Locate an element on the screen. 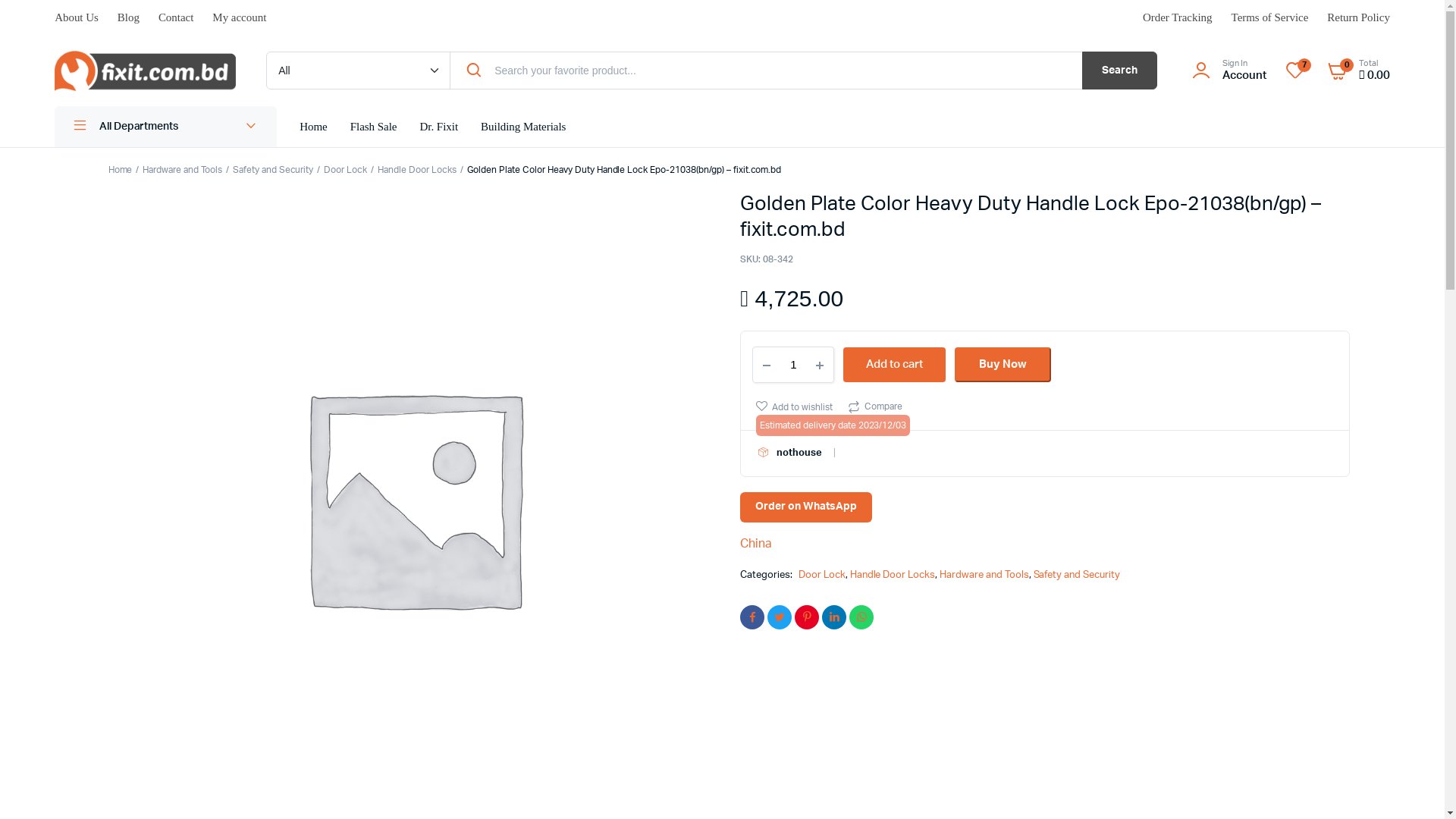  'Buy Now' is located at coordinates (953, 365).